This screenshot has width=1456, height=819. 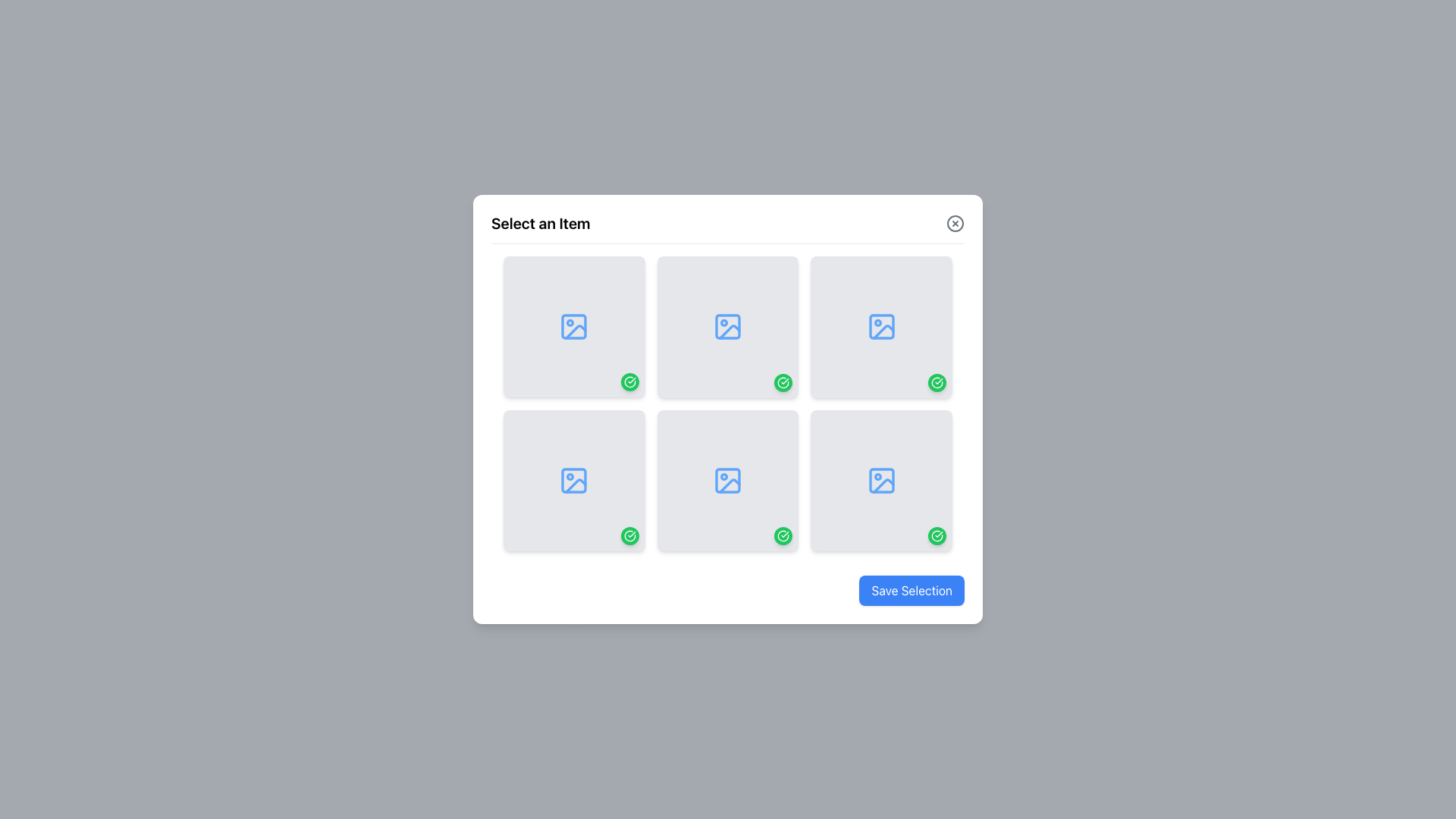 What do you see at coordinates (573, 326) in the screenshot?
I see `the first item in the first row of the three-by-three grid, located below the 'Select an Item' title` at bounding box center [573, 326].